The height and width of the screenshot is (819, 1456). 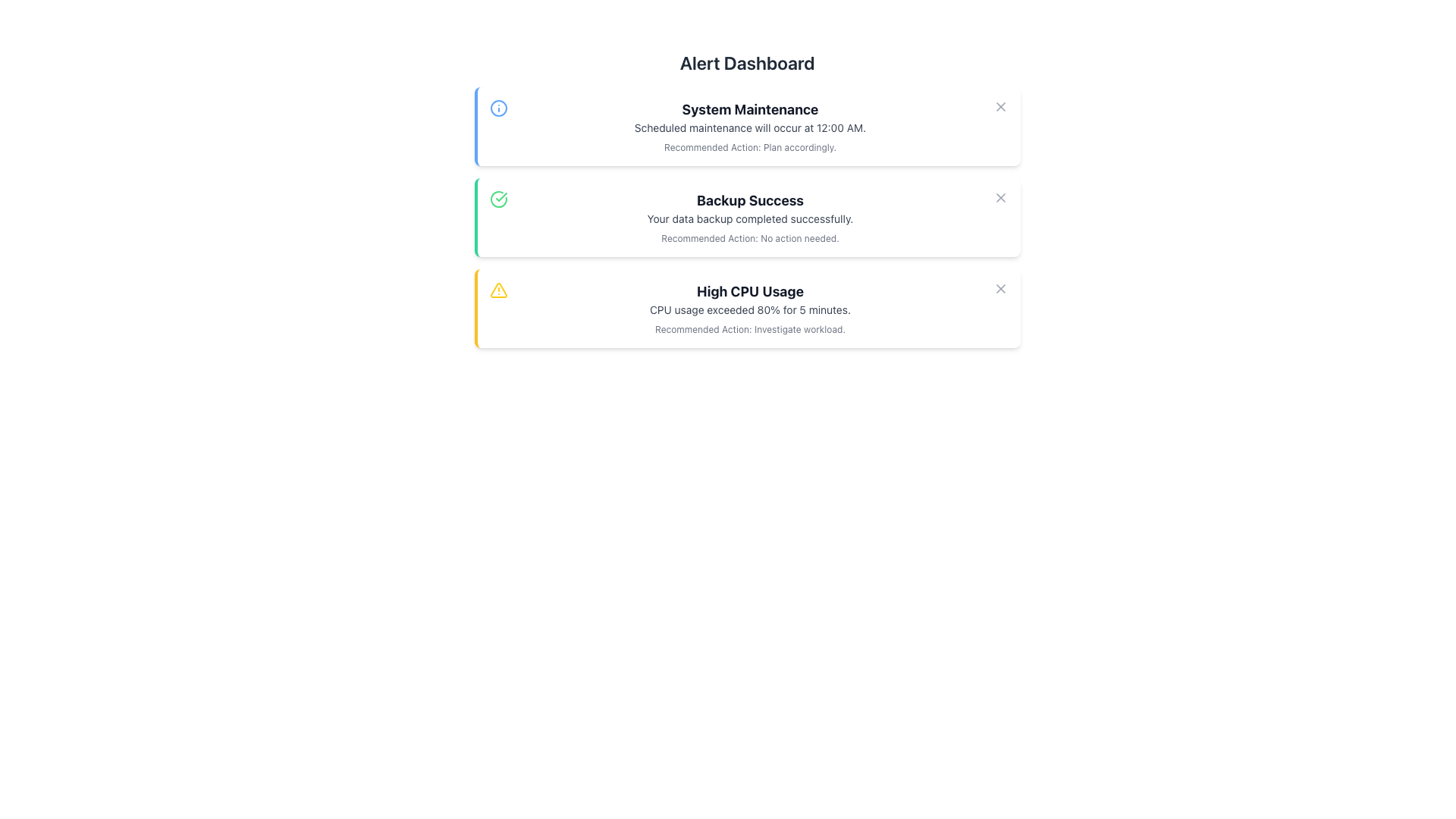 What do you see at coordinates (750, 148) in the screenshot?
I see `text content of the line of text that reads 'Recommended Action: Plan accordingly.' located in the first alert box titled 'System Maintenance'` at bounding box center [750, 148].